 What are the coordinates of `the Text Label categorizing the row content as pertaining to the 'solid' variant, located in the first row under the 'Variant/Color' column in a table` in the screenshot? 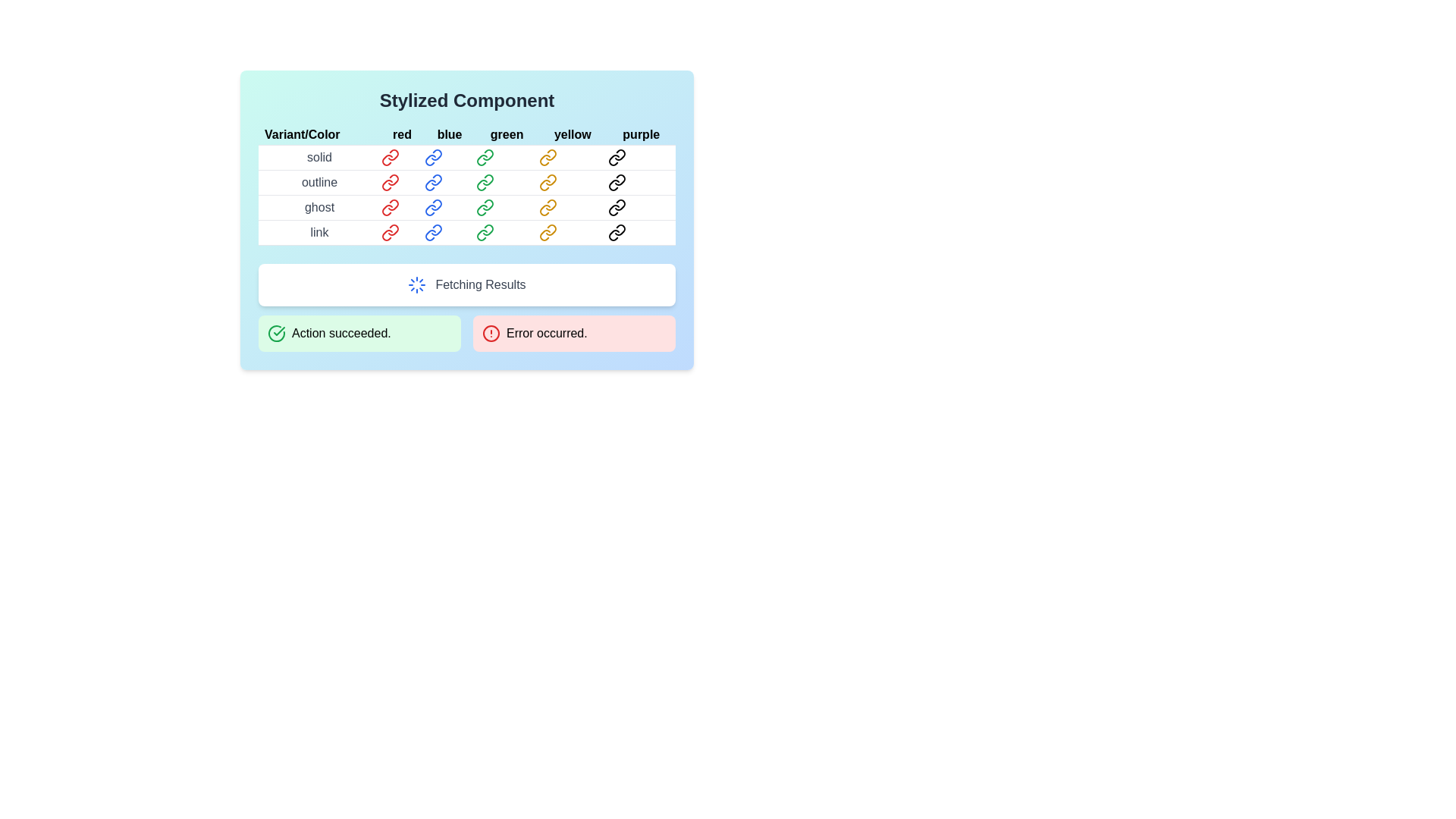 It's located at (318, 158).